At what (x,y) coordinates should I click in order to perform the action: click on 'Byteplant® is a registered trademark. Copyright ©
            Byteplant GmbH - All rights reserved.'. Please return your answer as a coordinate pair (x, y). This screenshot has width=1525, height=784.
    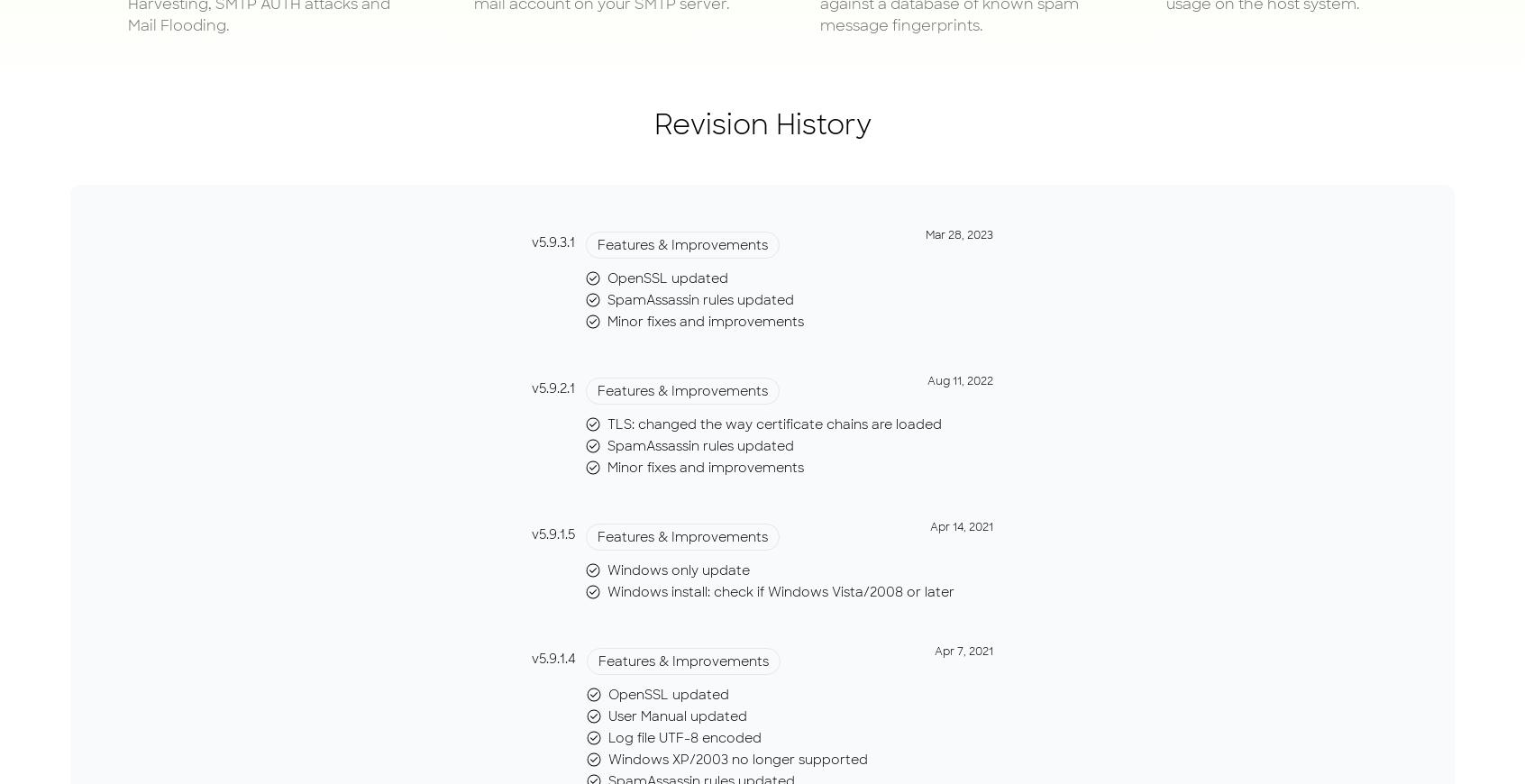
    Looking at the image, I should click on (762, 227).